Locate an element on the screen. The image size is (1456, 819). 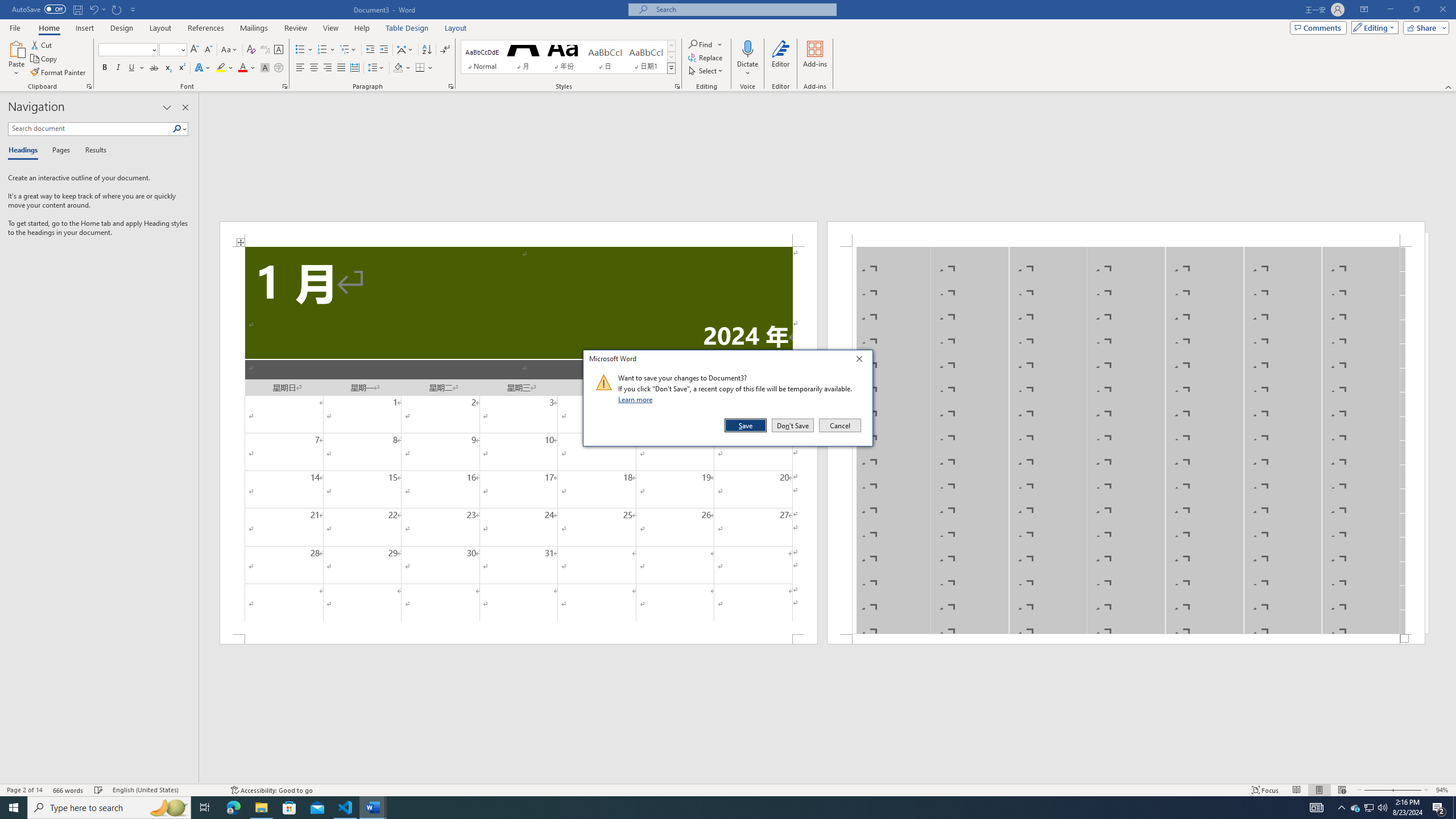
'Text Highlight Color' is located at coordinates (225, 67).